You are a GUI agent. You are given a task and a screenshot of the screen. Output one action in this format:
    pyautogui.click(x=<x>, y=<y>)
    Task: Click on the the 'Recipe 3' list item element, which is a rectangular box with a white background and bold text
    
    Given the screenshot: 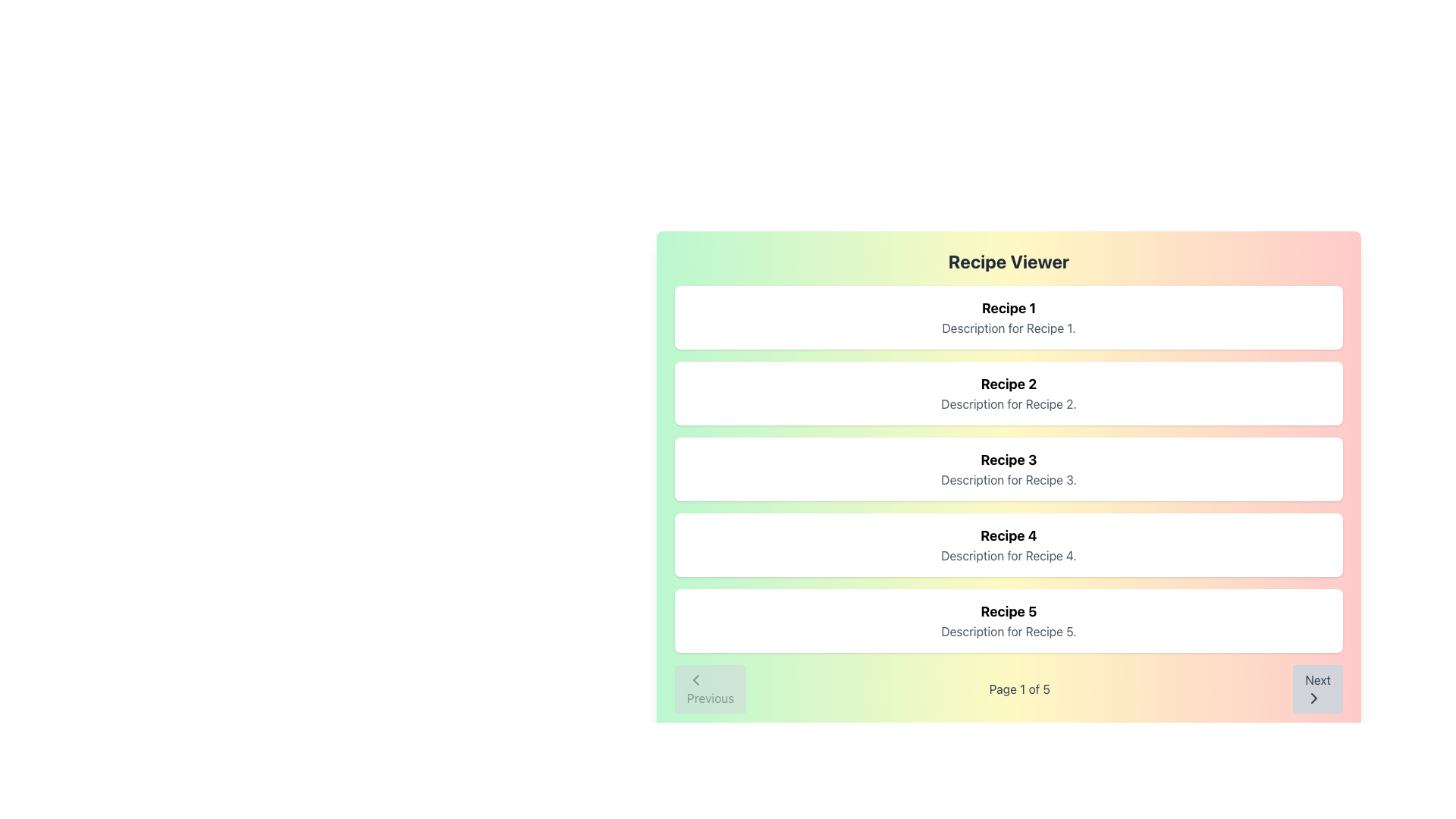 What is the action you would take?
    pyautogui.click(x=1009, y=468)
    